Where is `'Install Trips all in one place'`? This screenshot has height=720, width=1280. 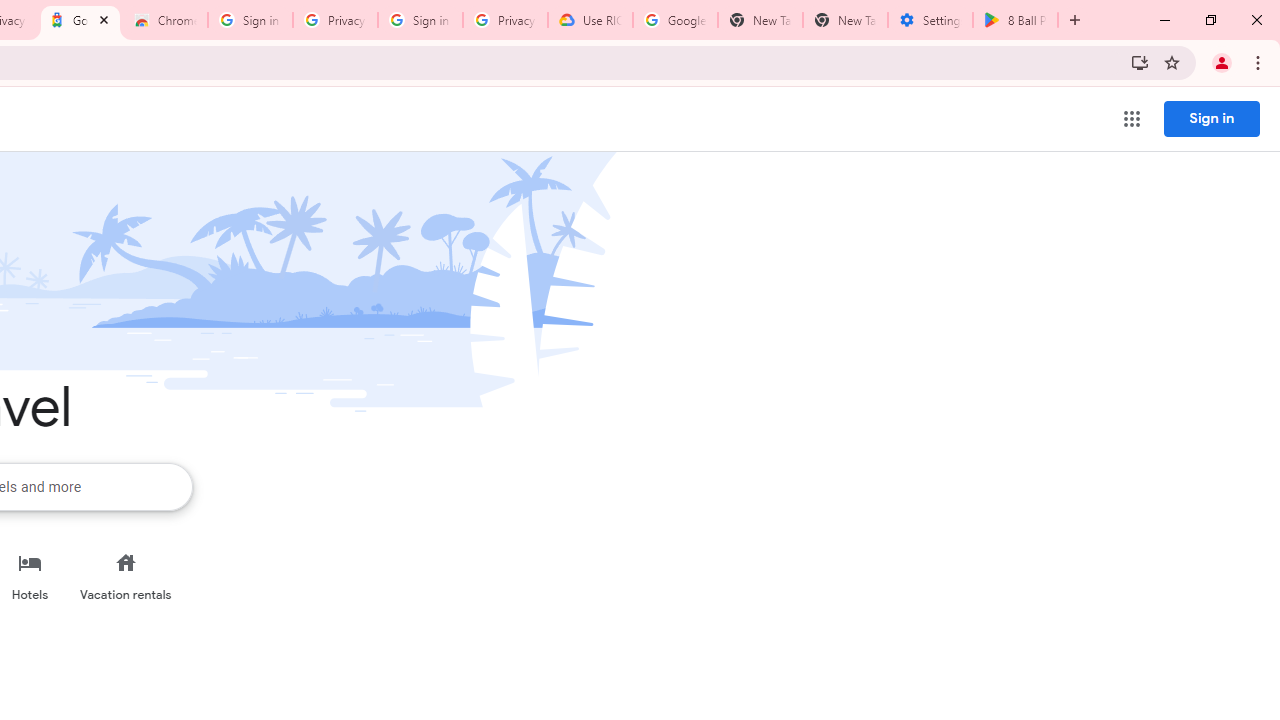
'Install Trips all in one place' is located at coordinates (1139, 61).